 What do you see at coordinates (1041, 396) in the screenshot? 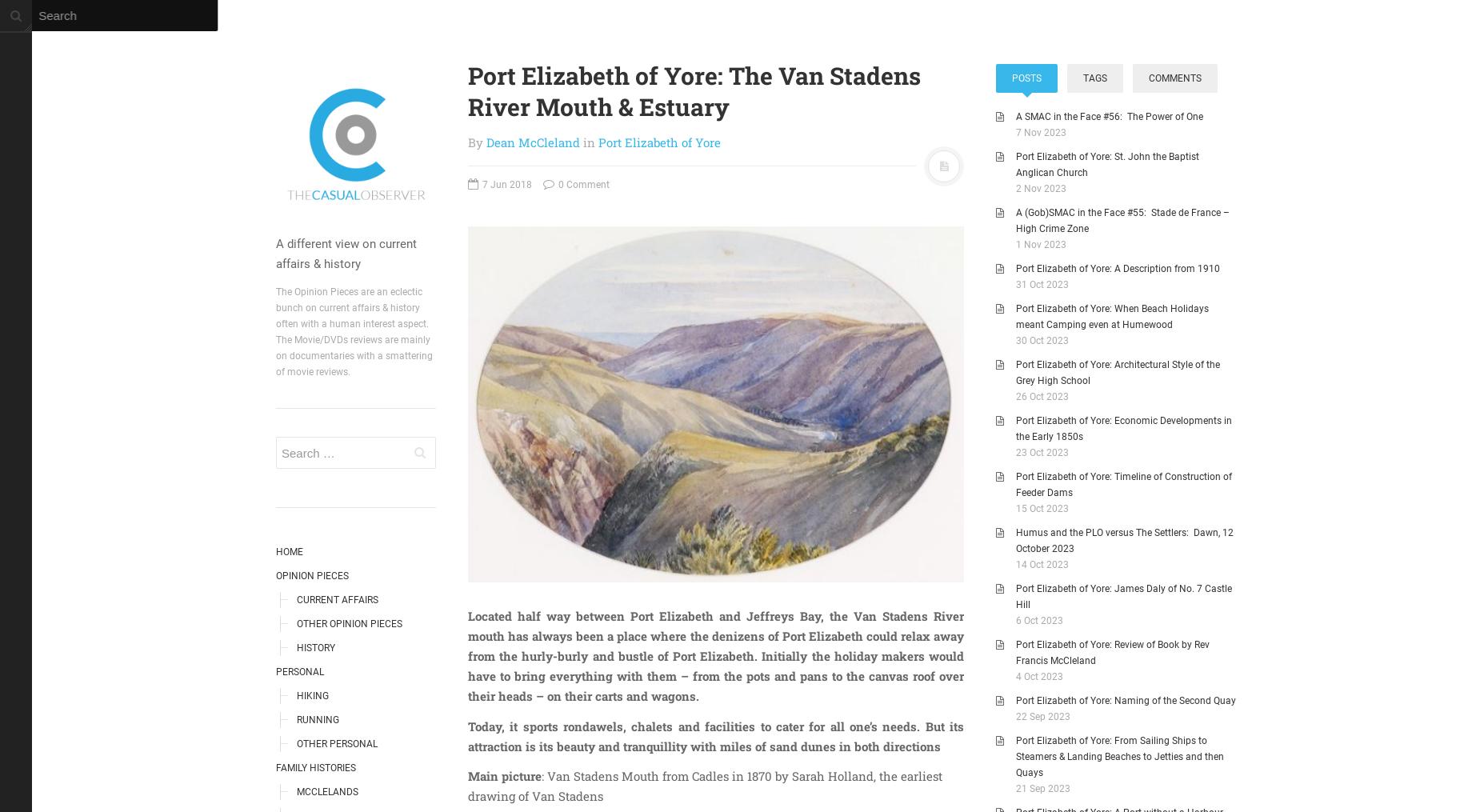
I see `'26 Oct 2023'` at bounding box center [1041, 396].